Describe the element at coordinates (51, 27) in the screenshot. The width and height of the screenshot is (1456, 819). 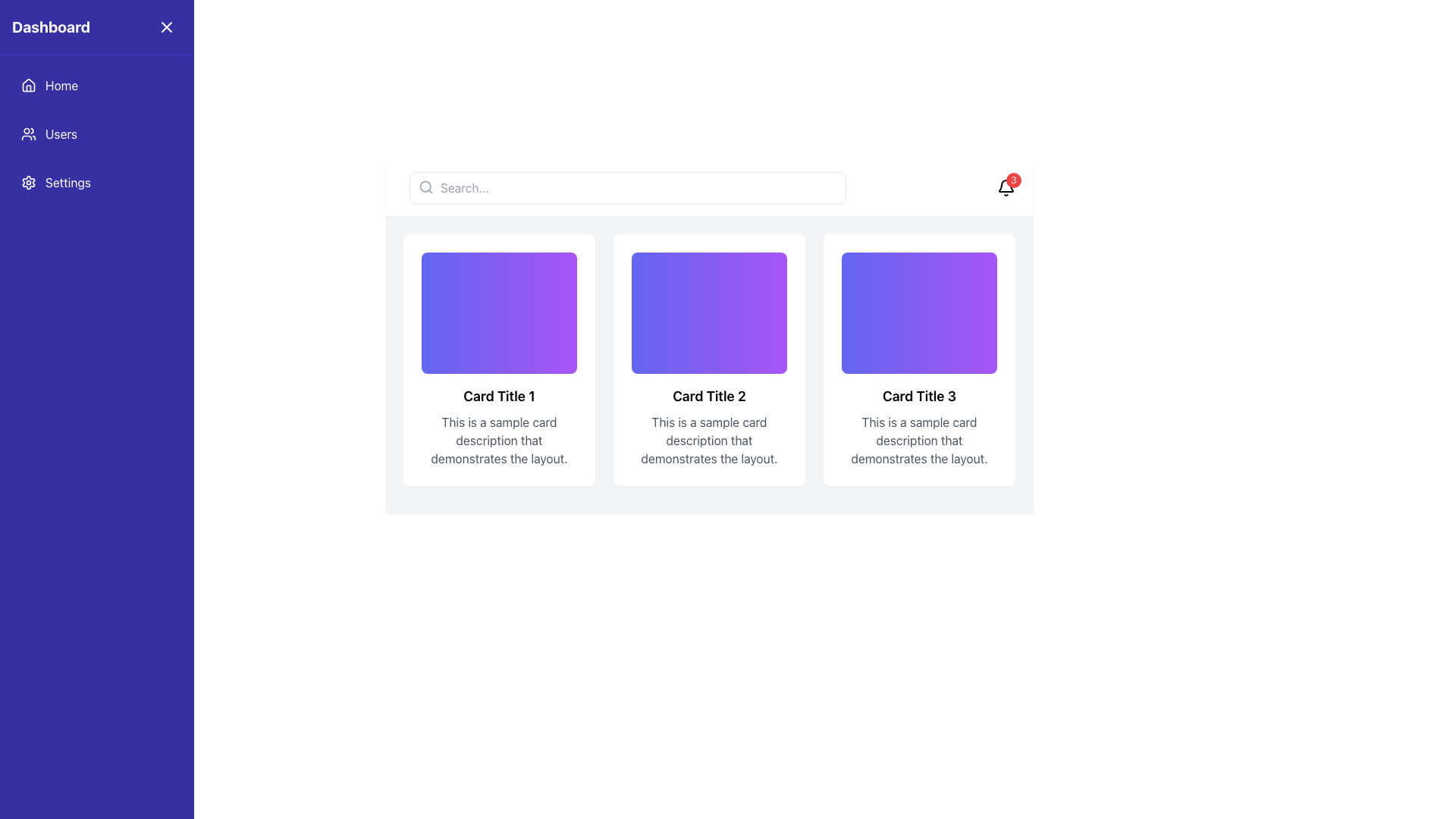
I see `the bold 'Dashboard' text label located in the top-left corner of the dark purple navigation bar` at that location.